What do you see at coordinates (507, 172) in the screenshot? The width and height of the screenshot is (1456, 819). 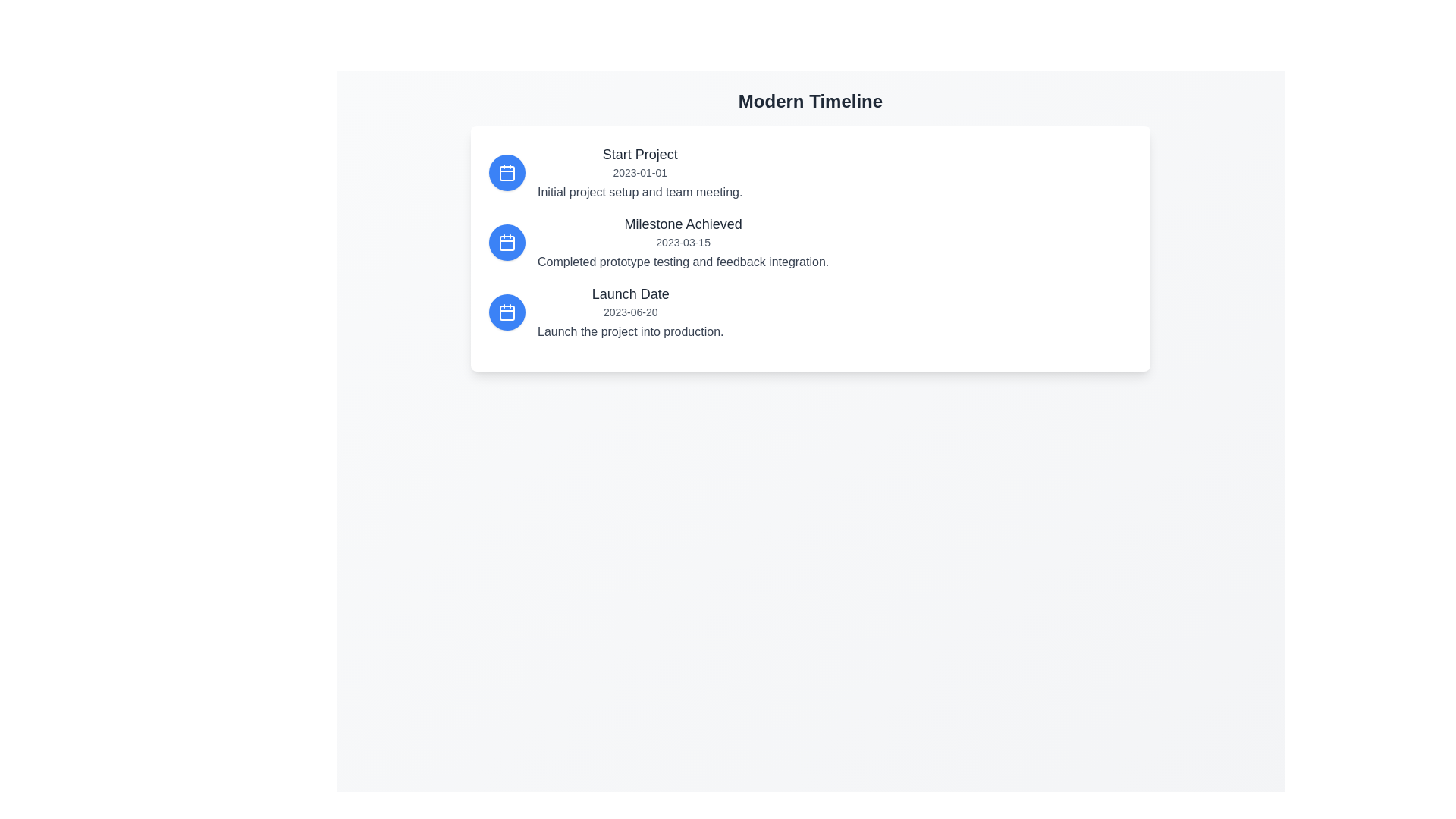 I see `the inner rectangle of the calendar icon that represents the first event in the timeline, located inside a blue circular button adjacent to the 'Start Project' label` at bounding box center [507, 172].